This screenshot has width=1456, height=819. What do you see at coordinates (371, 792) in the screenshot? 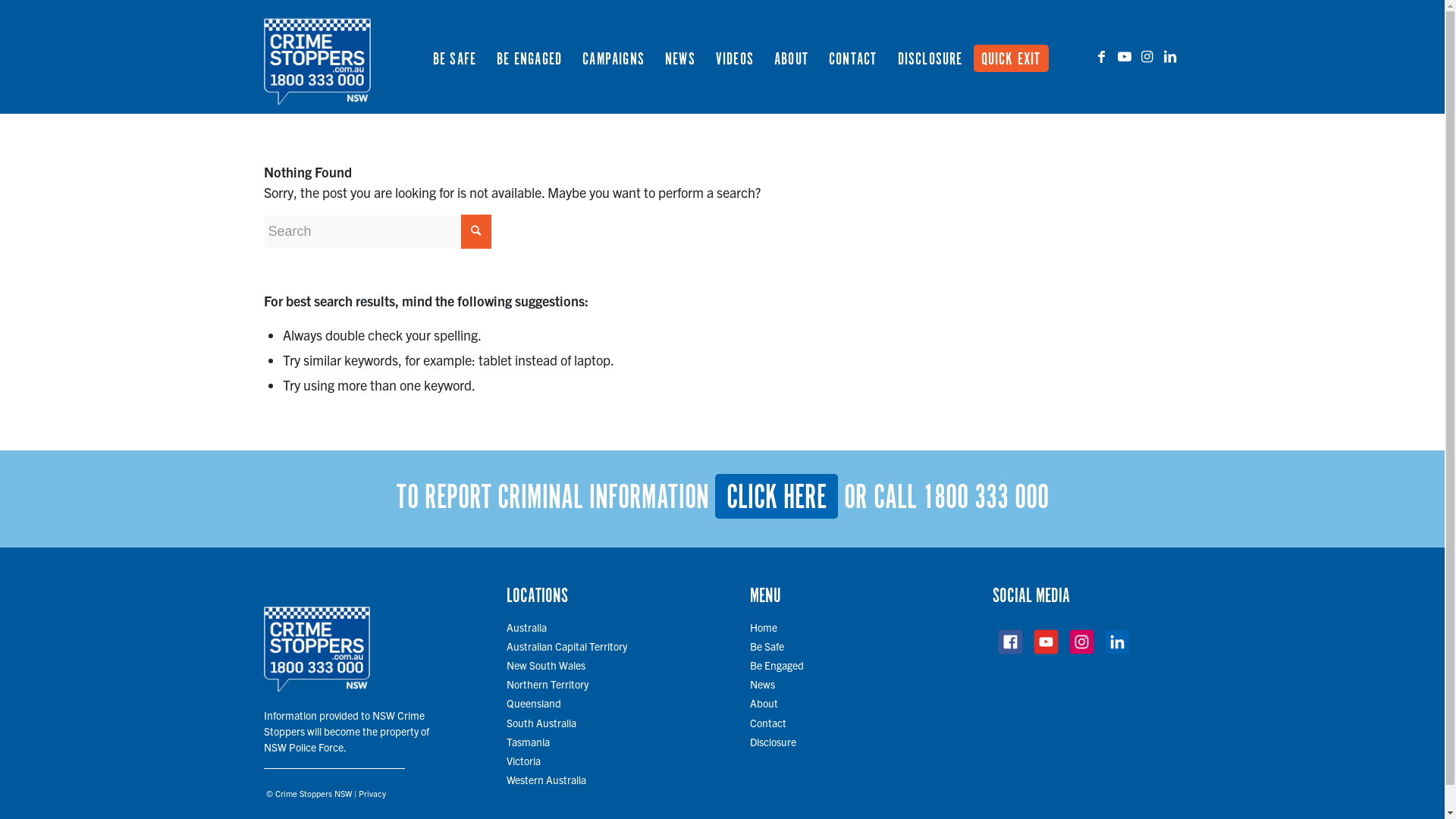
I see `'Privacy'` at bounding box center [371, 792].